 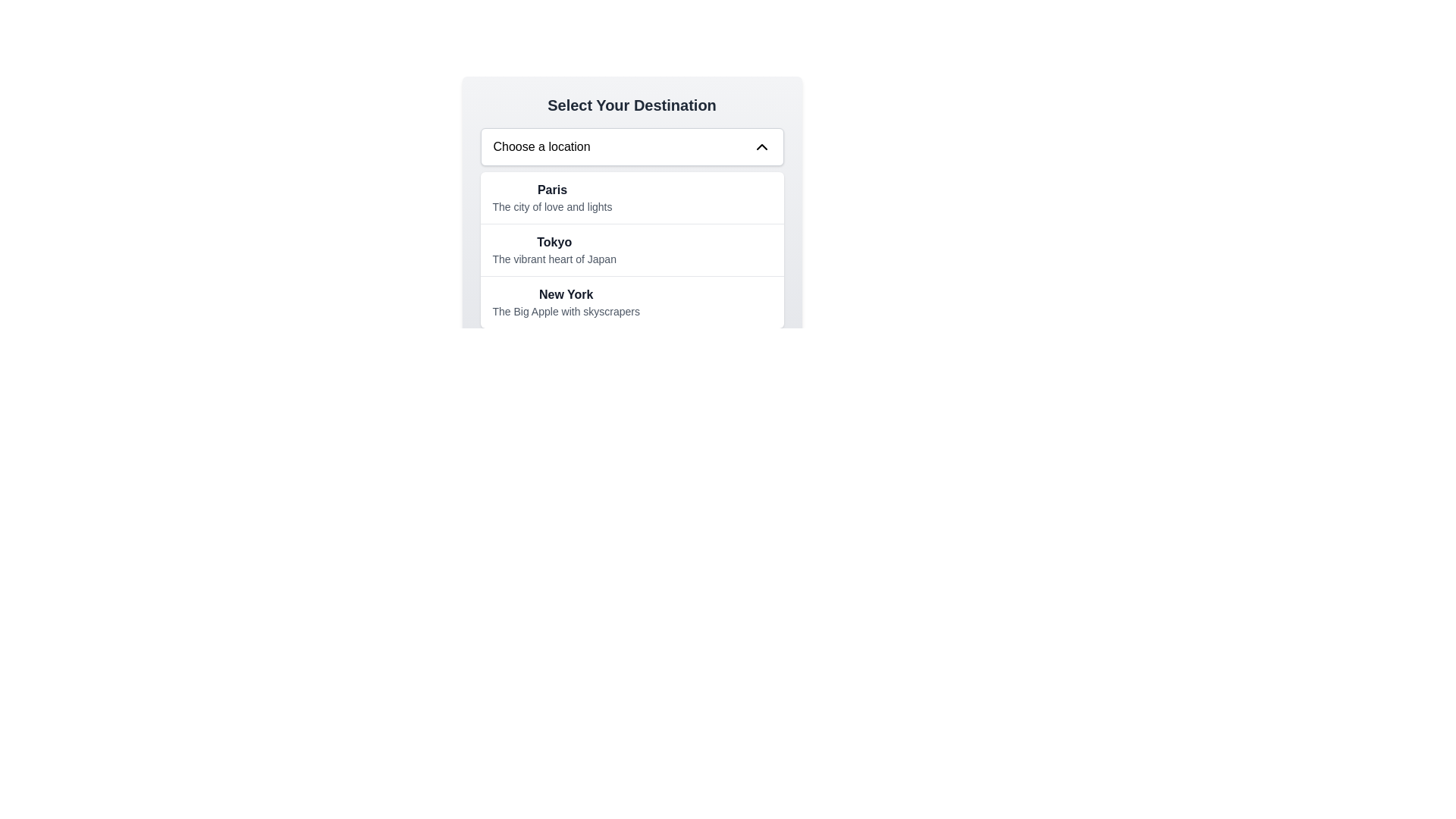 What do you see at coordinates (565, 295) in the screenshot?
I see `the bold-text label displaying 'New York' in the dropdown menu of possible destinations` at bounding box center [565, 295].